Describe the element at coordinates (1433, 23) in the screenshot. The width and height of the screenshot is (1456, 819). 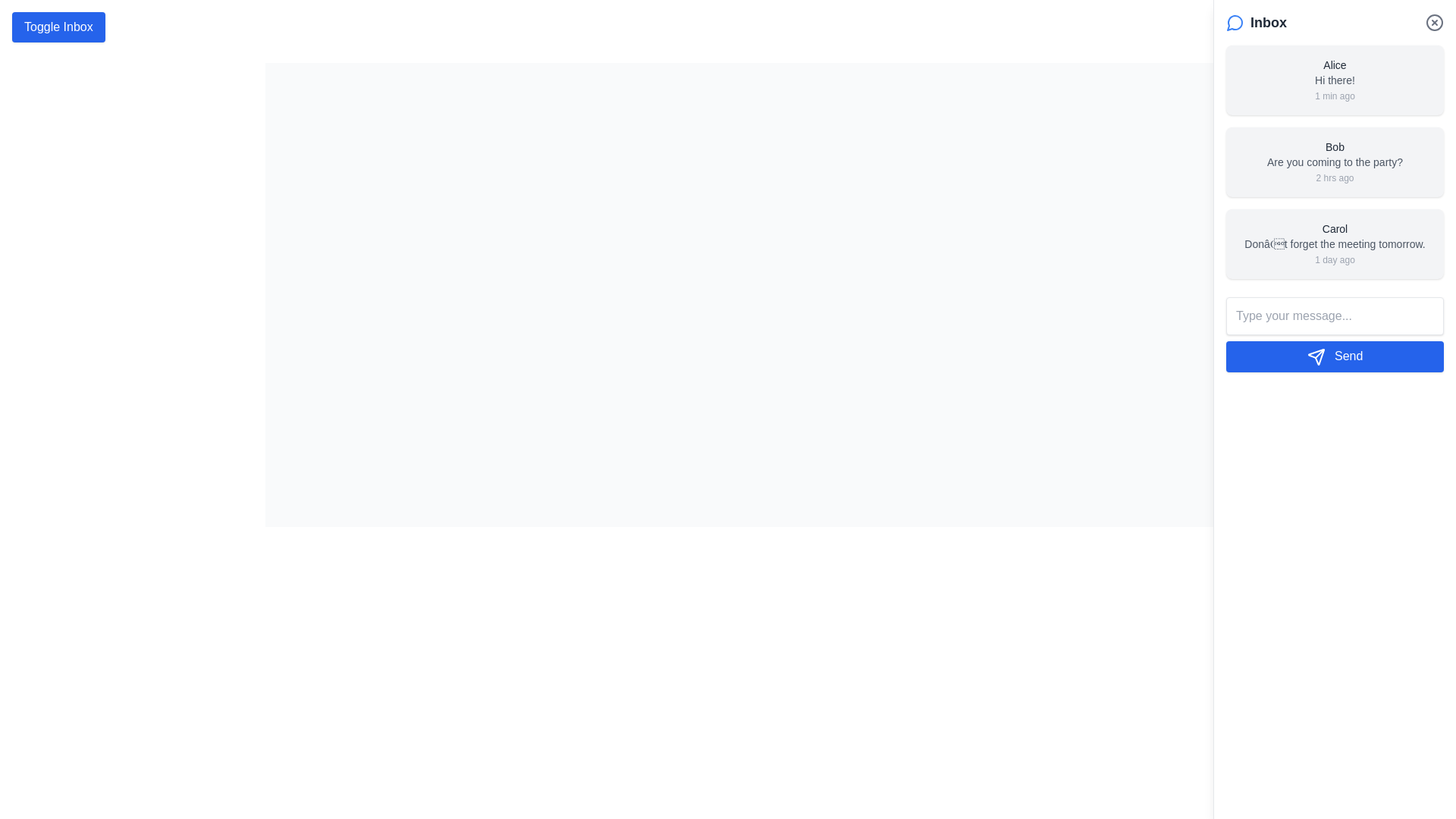
I see `the close button located at the top-right corner of the 'Inbox' panel to trigger a darker shade effect` at that location.